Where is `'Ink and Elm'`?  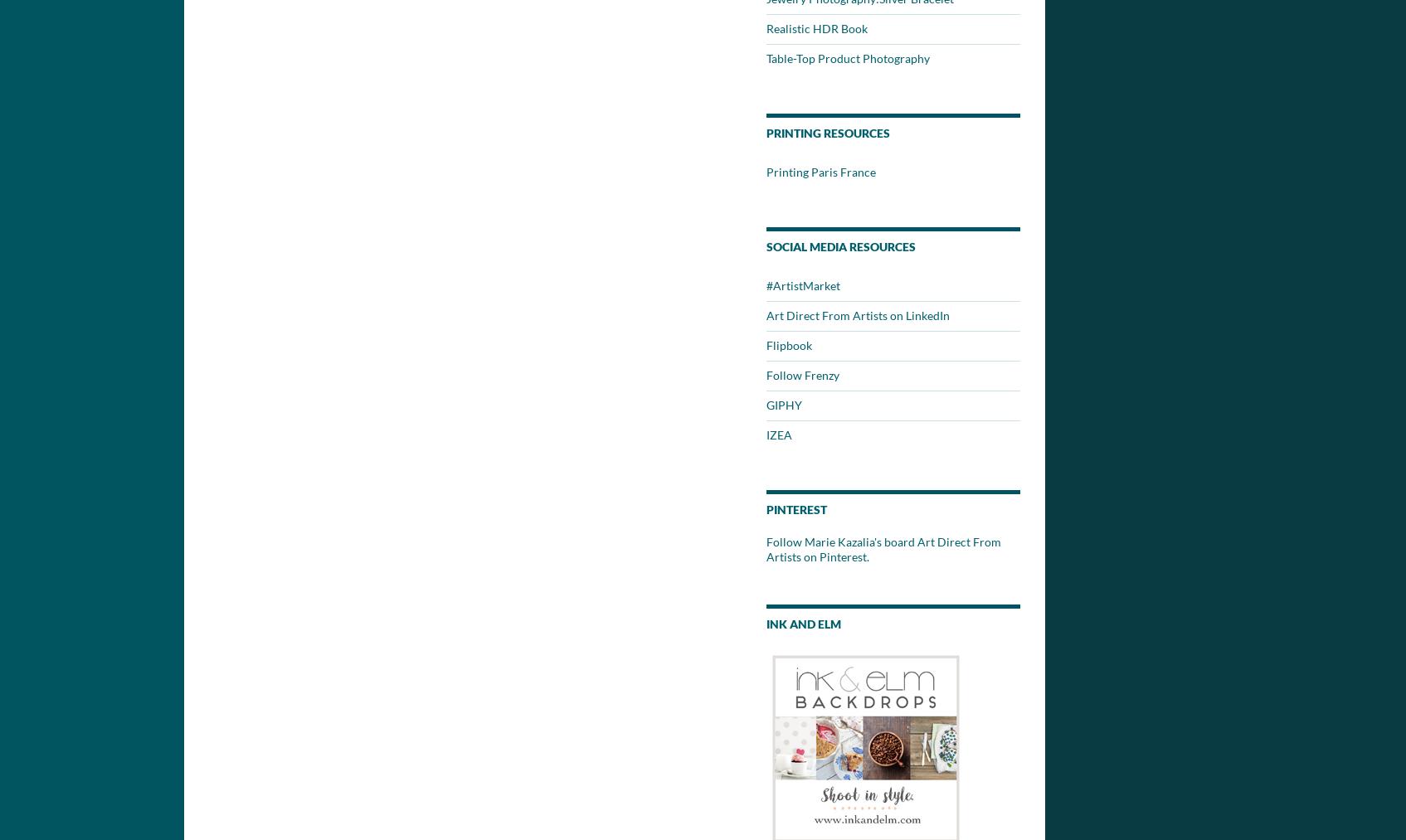
'Ink and Elm' is located at coordinates (804, 624).